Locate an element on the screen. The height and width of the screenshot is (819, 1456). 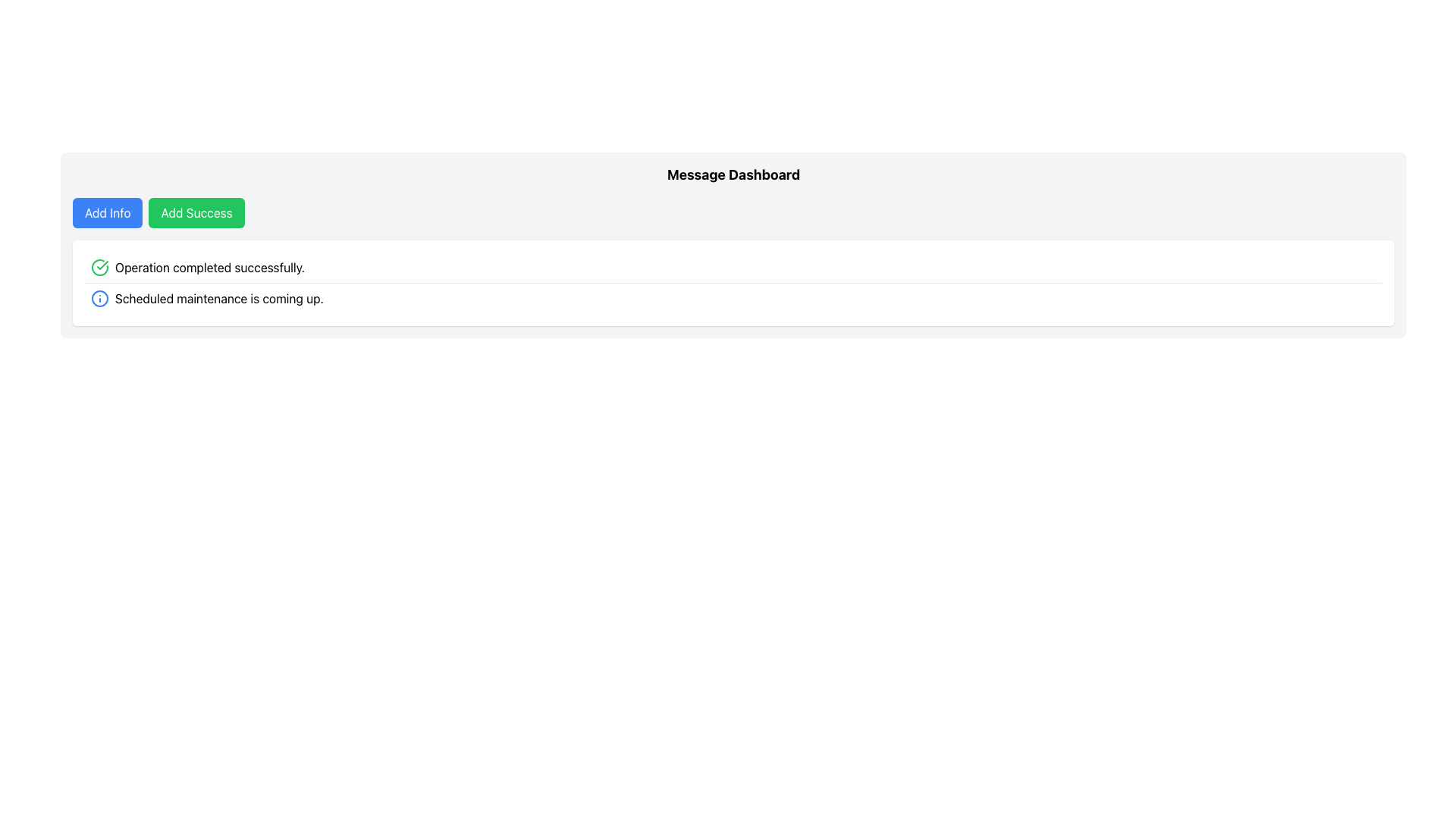
the green checkmark icon styled within a circular element, which provides visual feedback for 'Operation completed successfully.' is located at coordinates (102, 265).